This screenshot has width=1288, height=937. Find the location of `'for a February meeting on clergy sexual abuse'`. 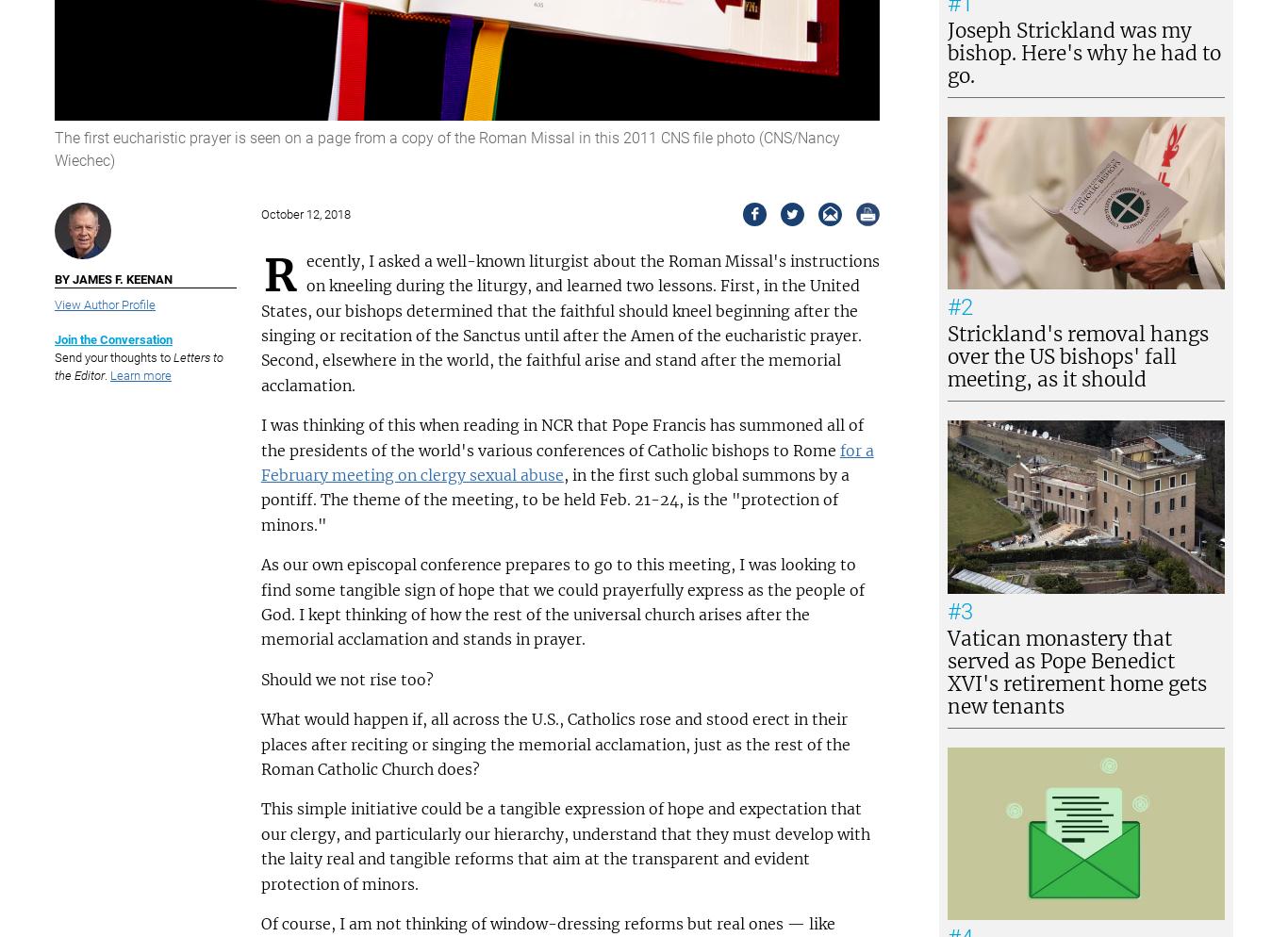

'for a February meeting on clergy sexual abuse' is located at coordinates (259, 461).